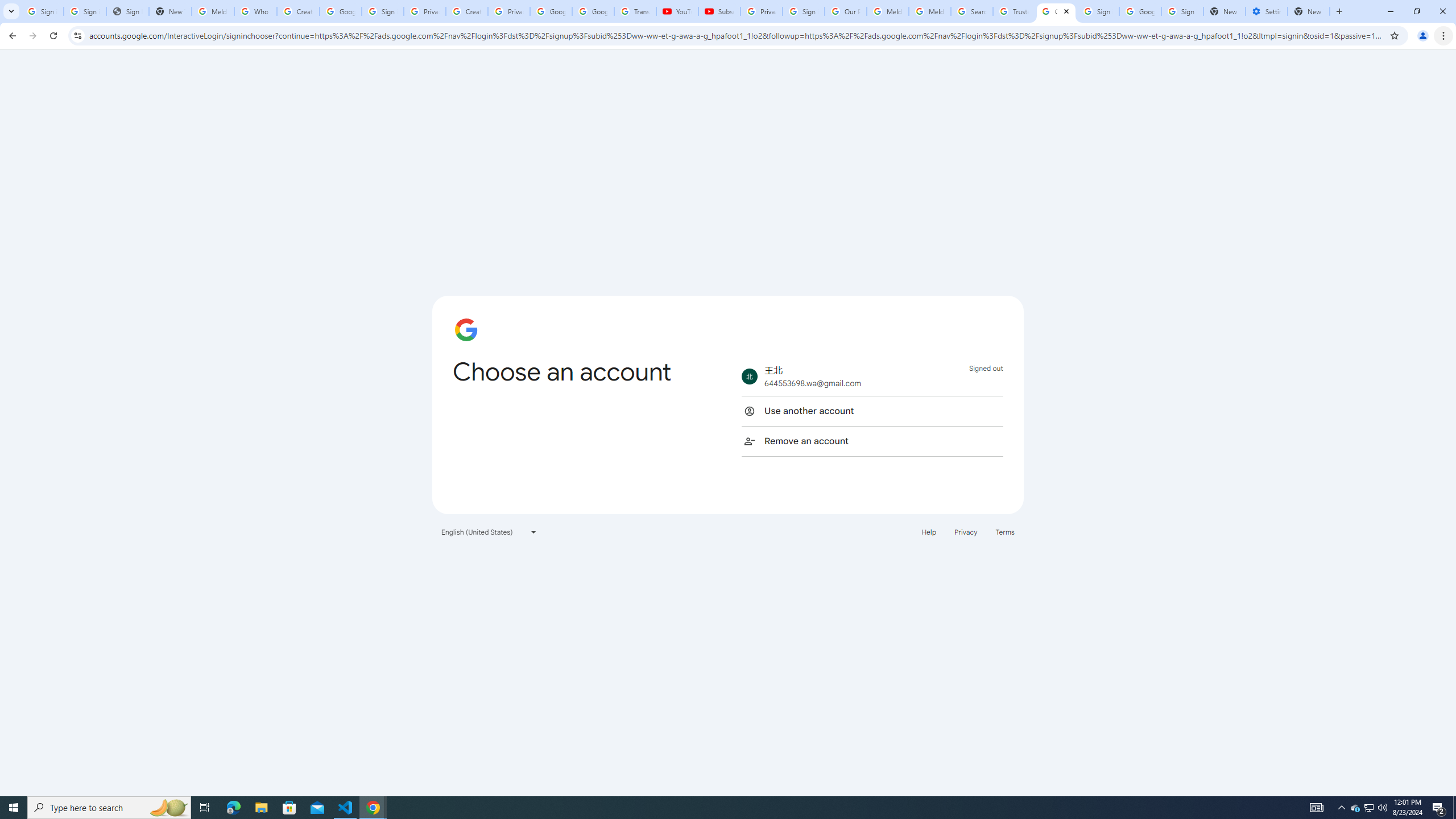 The width and height of the screenshot is (1456, 819). Describe the element at coordinates (972, 11) in the screenshot. I see `'Search our Doodle Library Collection - Google Doodles'` at that location.